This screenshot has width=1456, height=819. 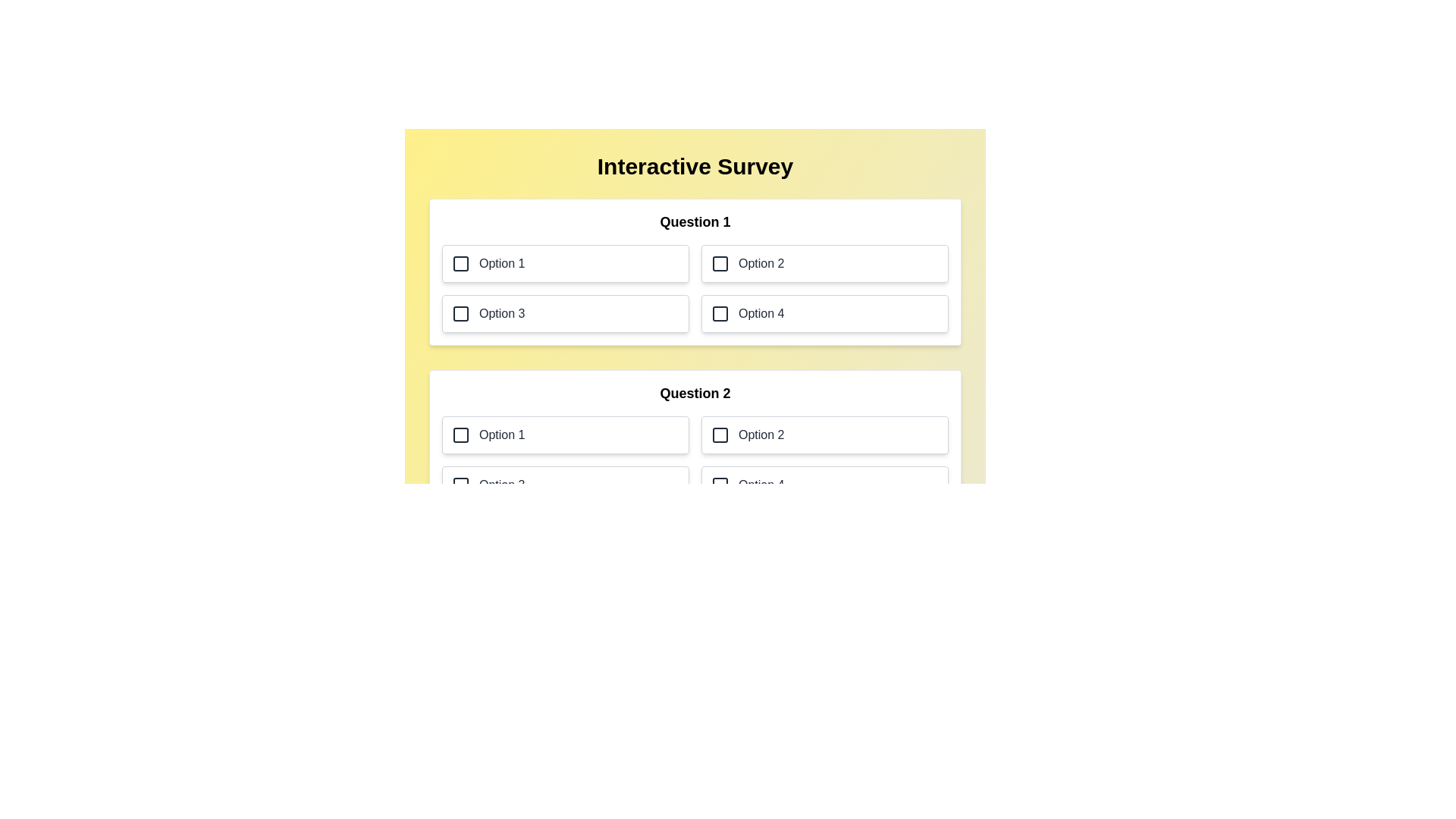 I want to click on the option 2 for question 1, so click(x=824, y=262).